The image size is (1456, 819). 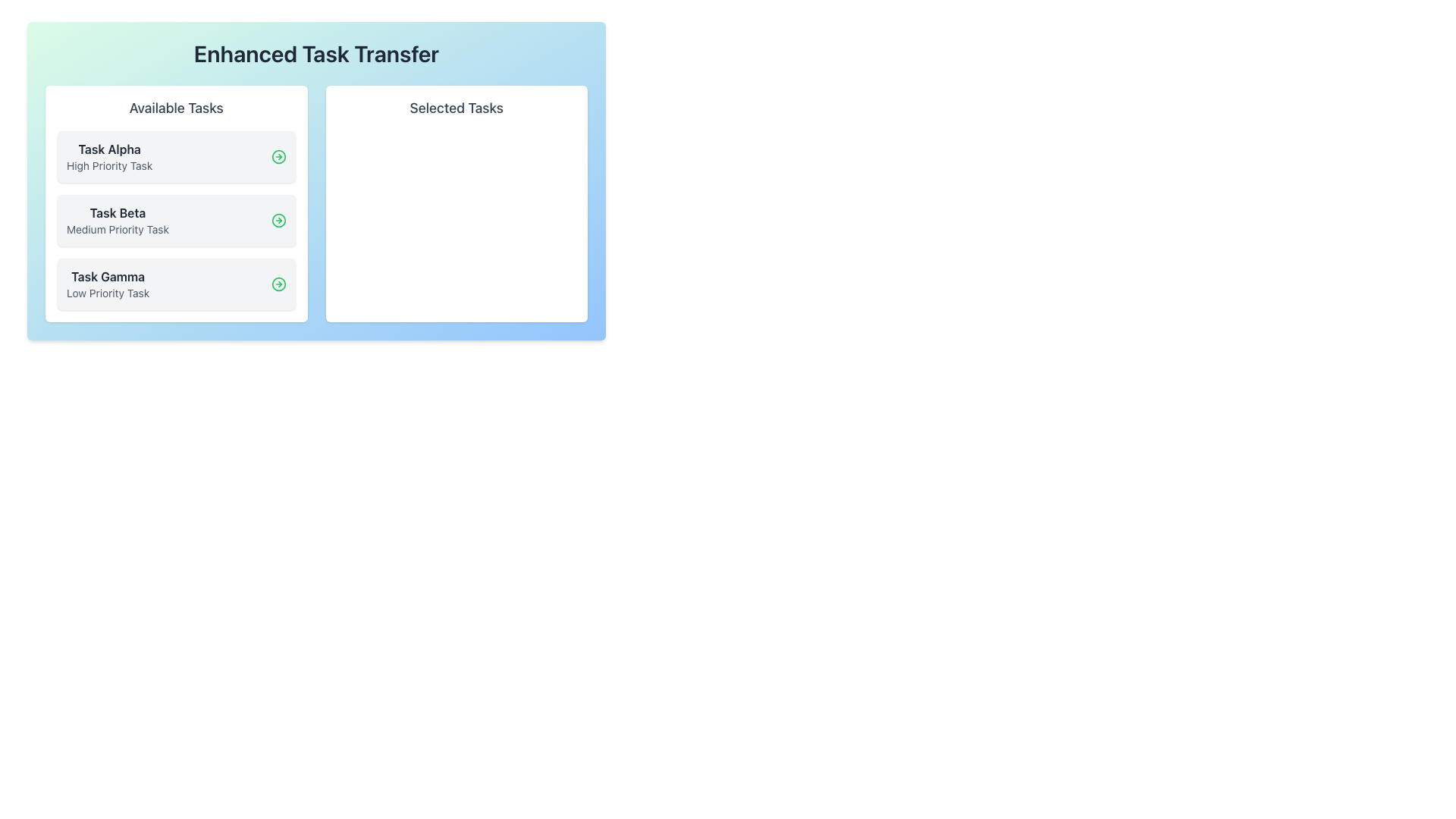 I want to click on the 'Task Beta' card in the 'Available Tasks' section, so click(x=176, y=220).